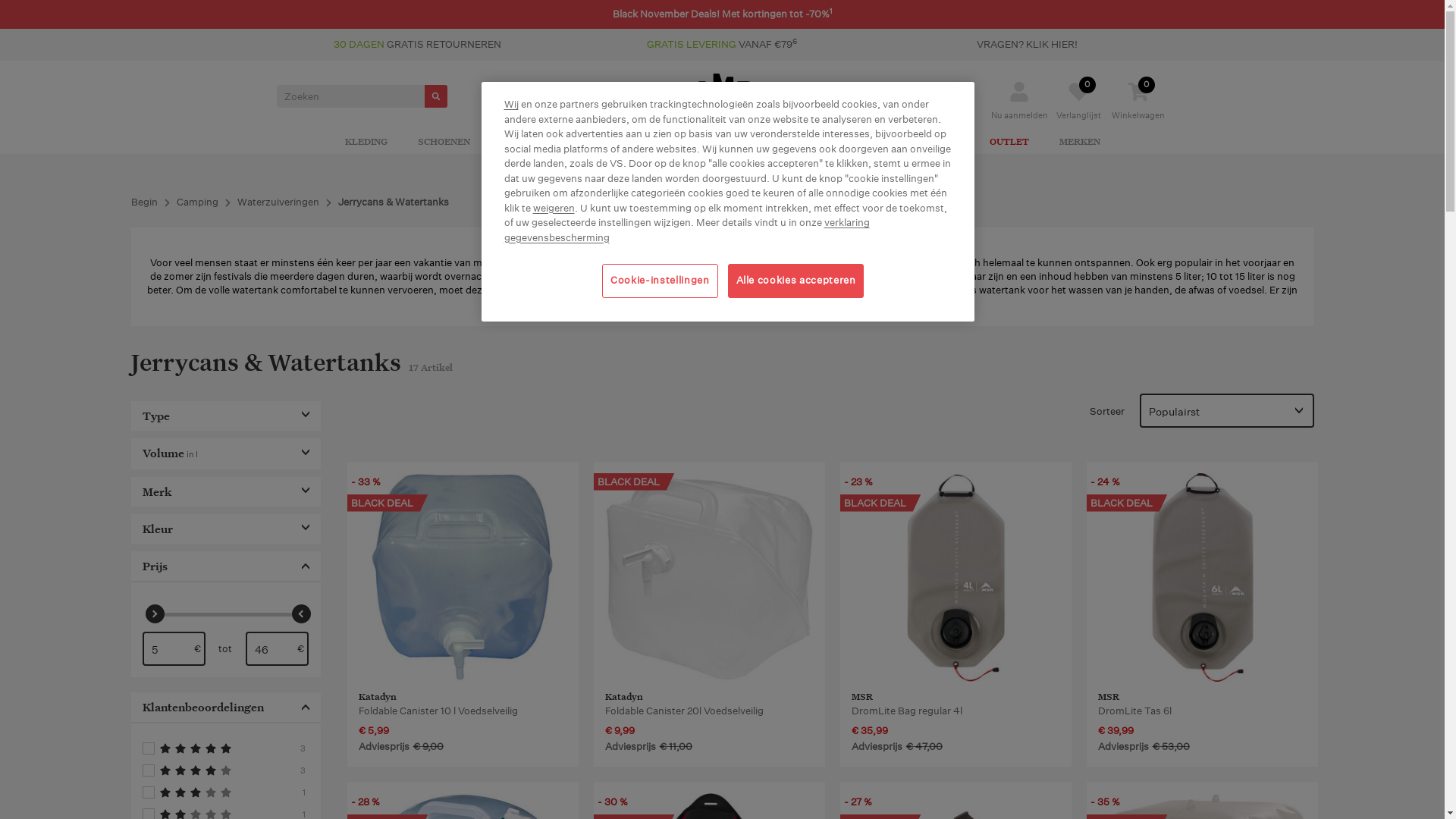 The height and width of the screenshot is (819, 1456). Describe the element at coordinates (461, 577) in the screenshot. I see `'Katadyn Foldable Canister 10 l Voedselveilig '` at that location.